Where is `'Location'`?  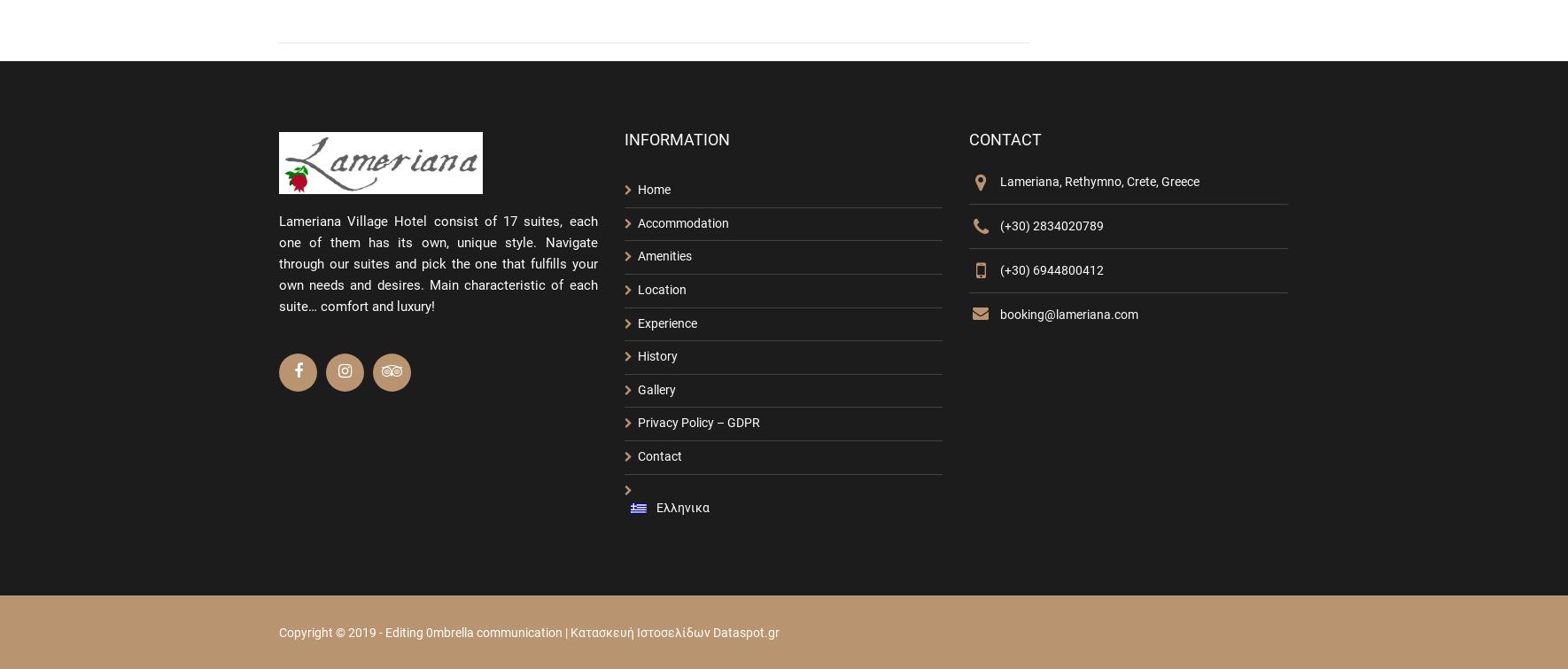
'Location' is located at coordinates (635, 289).